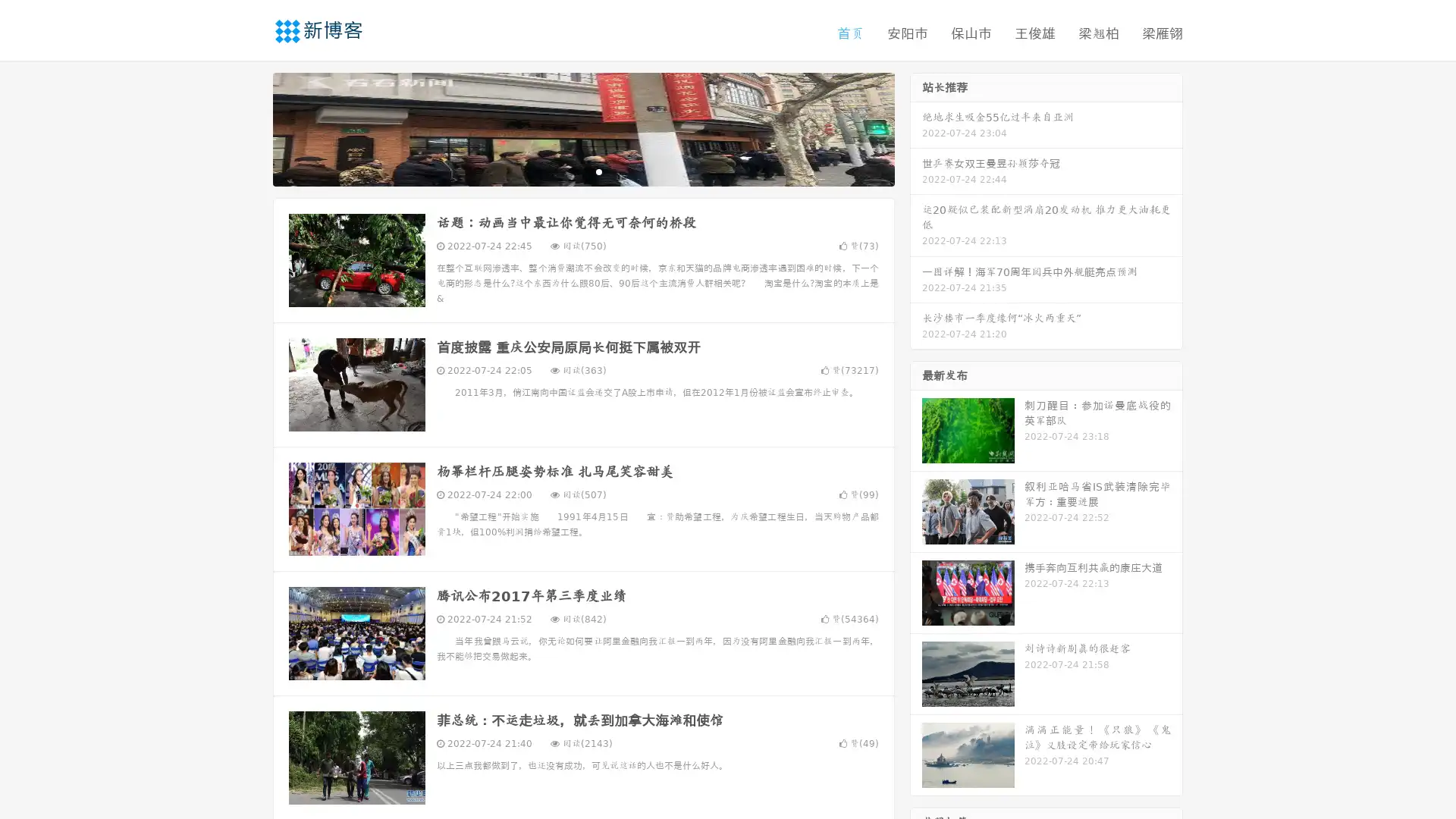 The width and height of the screenshot is (1456, 819). I want to click on Go to slide 3, so click(598, 171).